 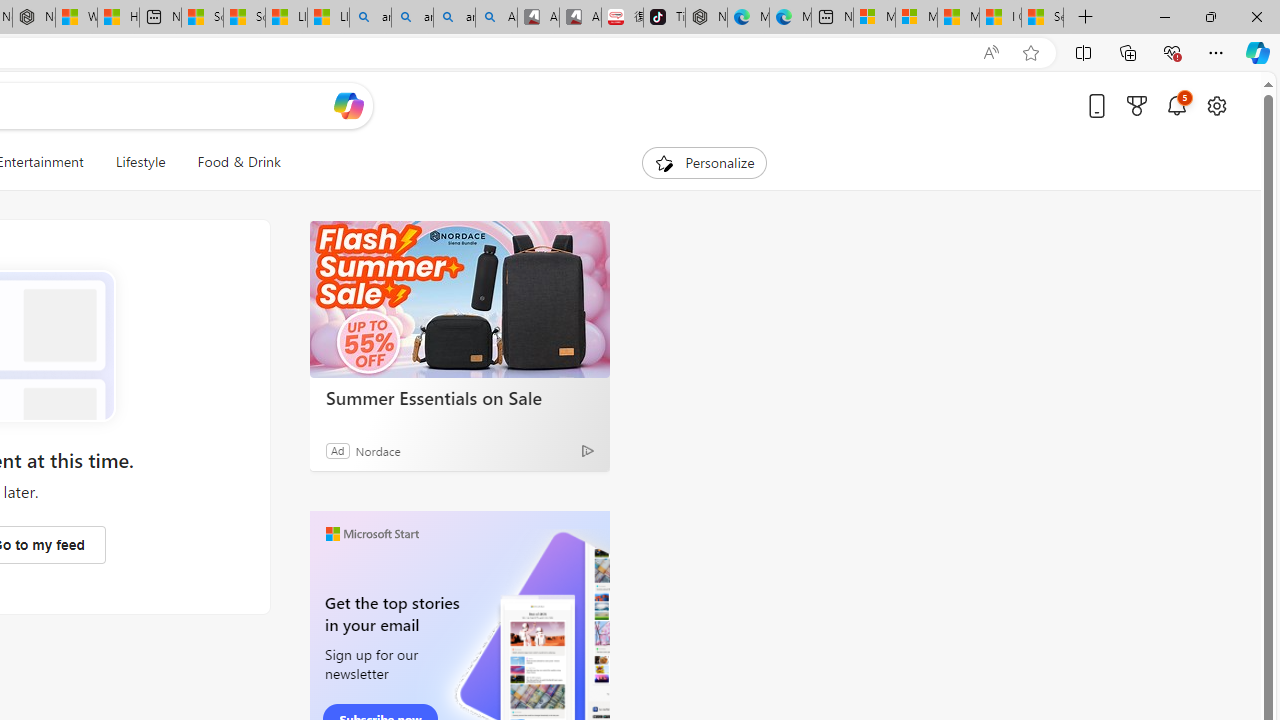 What do you see at coordinates (453, 17) in the screenshot?
I see `'amazon - Search Images'` at bounding box center [453, 17].